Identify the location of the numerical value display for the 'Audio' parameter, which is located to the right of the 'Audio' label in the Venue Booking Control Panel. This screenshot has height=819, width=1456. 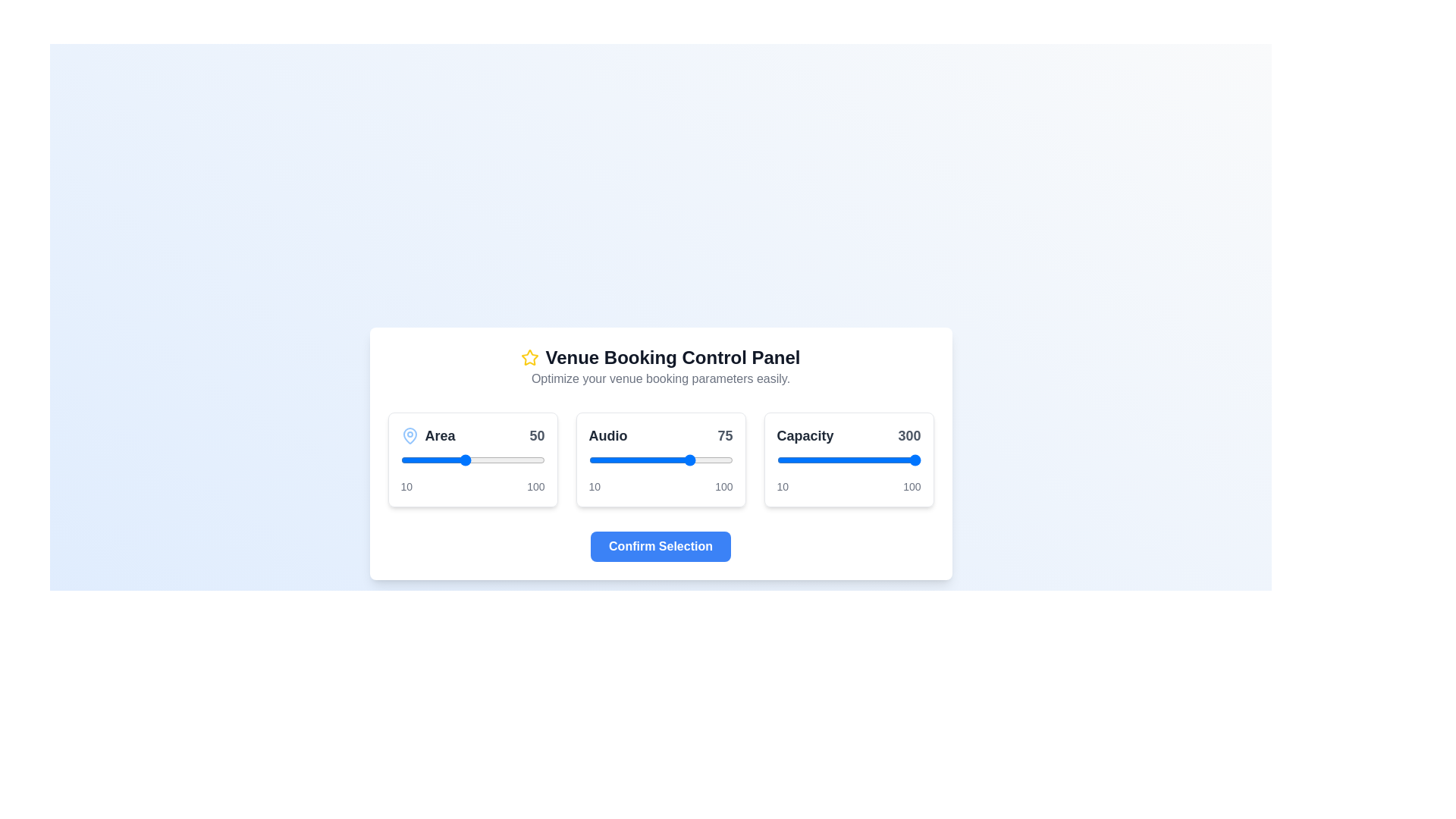
(724, 435).